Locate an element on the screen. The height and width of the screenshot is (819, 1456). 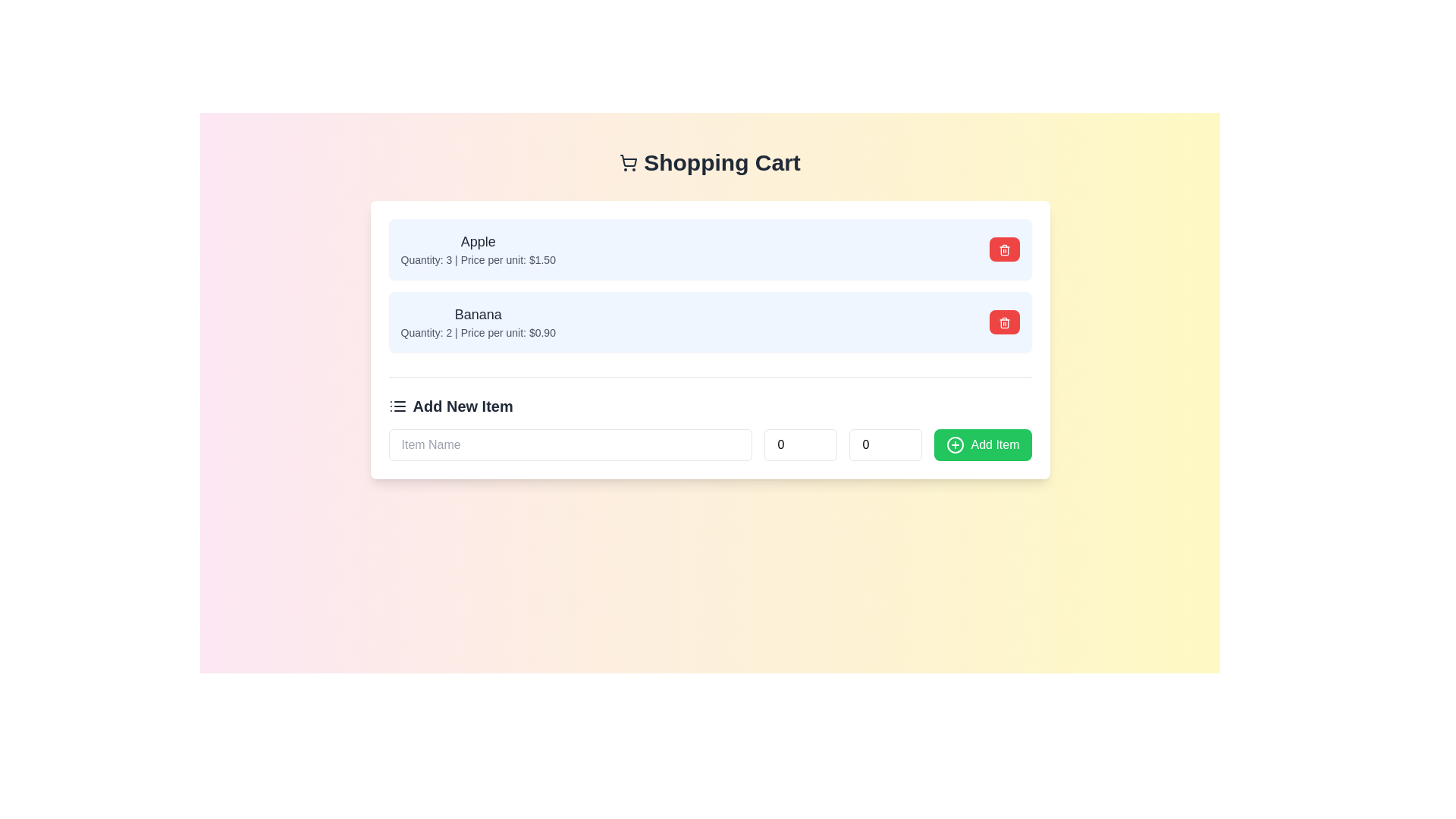
the second red trash can icon, which represents the delete operation for the 'Banana' item in the shopping cart is located at coordinates (1004, 322).